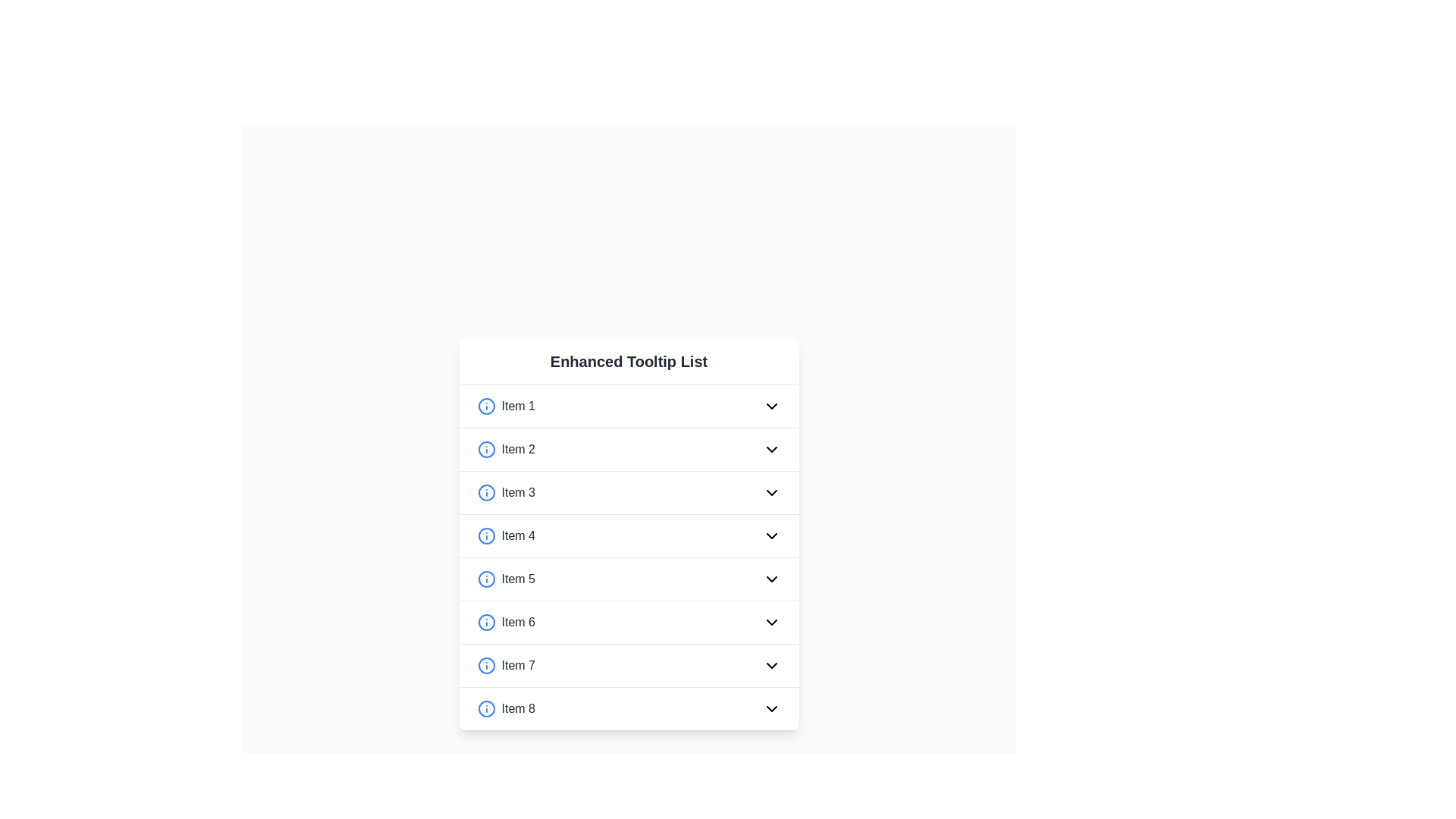 The height and width of the screenshot is (819, 1456). I want to click on the list item labeled 'Item 3' to focus on it, which is the third item in the 'Enhanced Tooltip List', so click(629, 493).